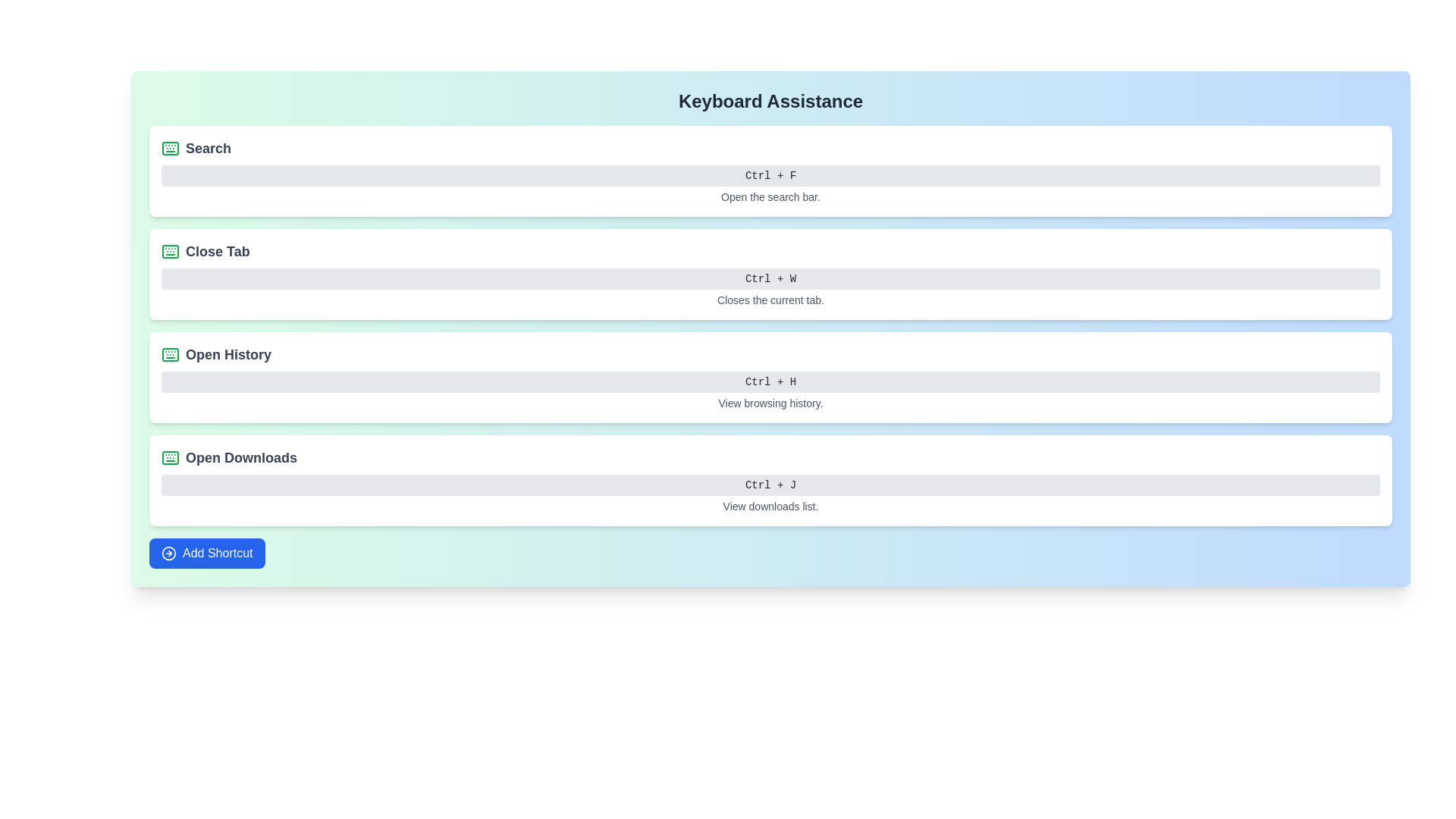 The height and width of the screenshot is (819, 1456). Describe the element at coordinates (770, 485) in the screenshot. I see `the Text Label displaying 'Ctrl + J' with a gray, rounded background, which is positioned below 'Open Downloads' and above 'View downloads list.'` at that location.